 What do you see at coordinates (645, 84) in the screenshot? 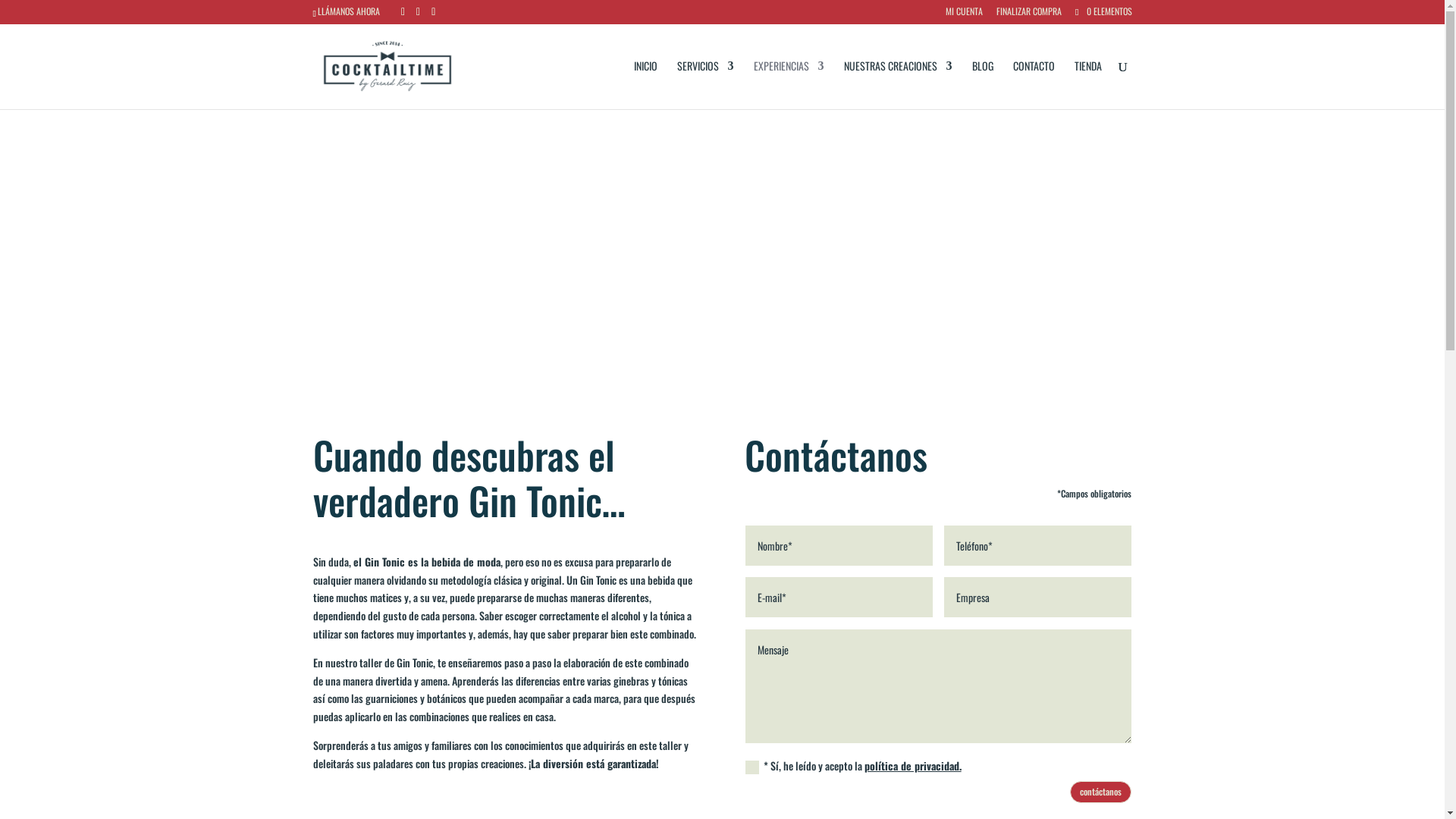
I see `'INICIO'` at bounding box center [645, 84].